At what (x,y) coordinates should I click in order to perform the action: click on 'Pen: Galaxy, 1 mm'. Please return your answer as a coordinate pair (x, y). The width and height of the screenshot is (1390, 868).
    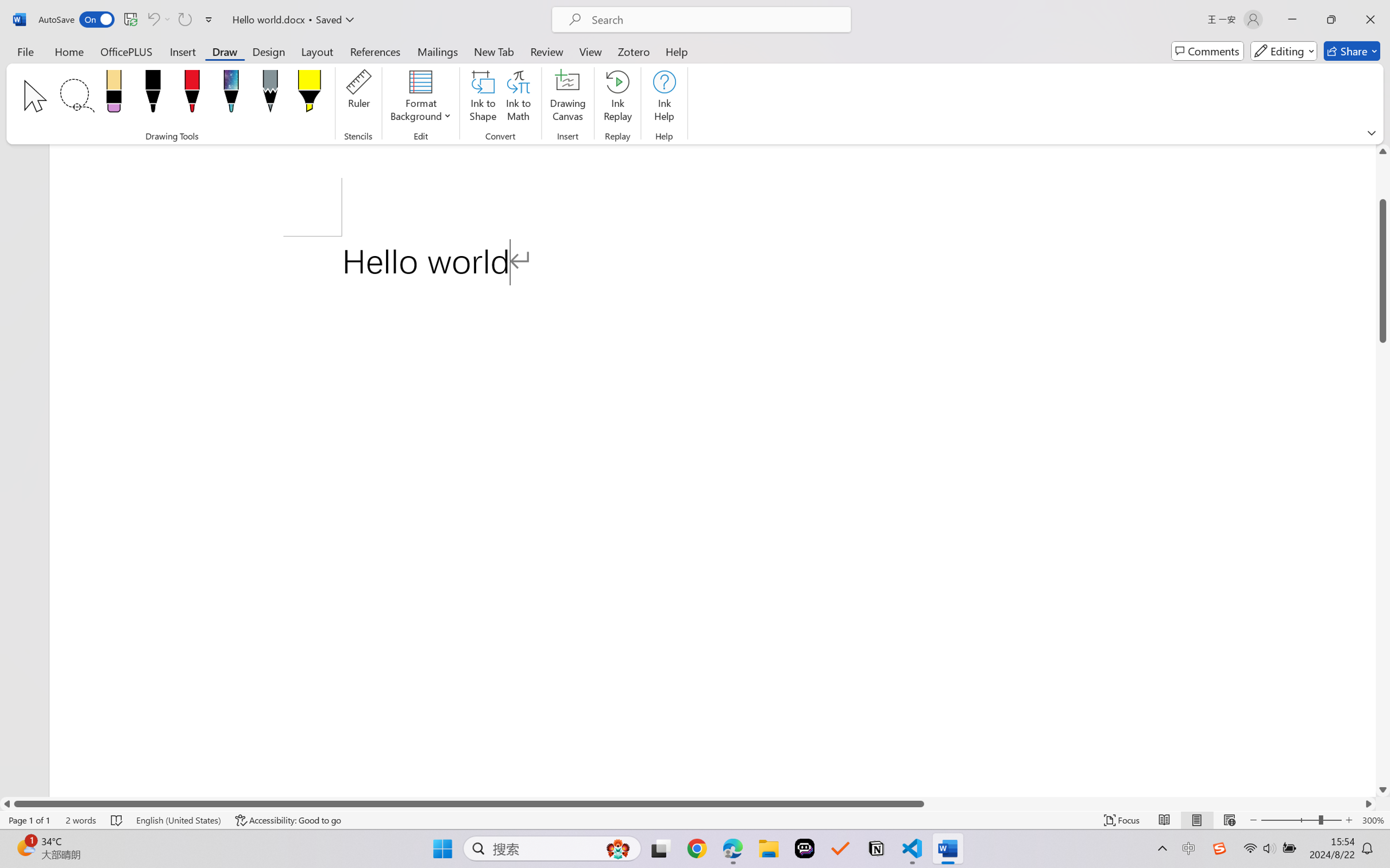
    Looking at the image, I should click on (230, 94).